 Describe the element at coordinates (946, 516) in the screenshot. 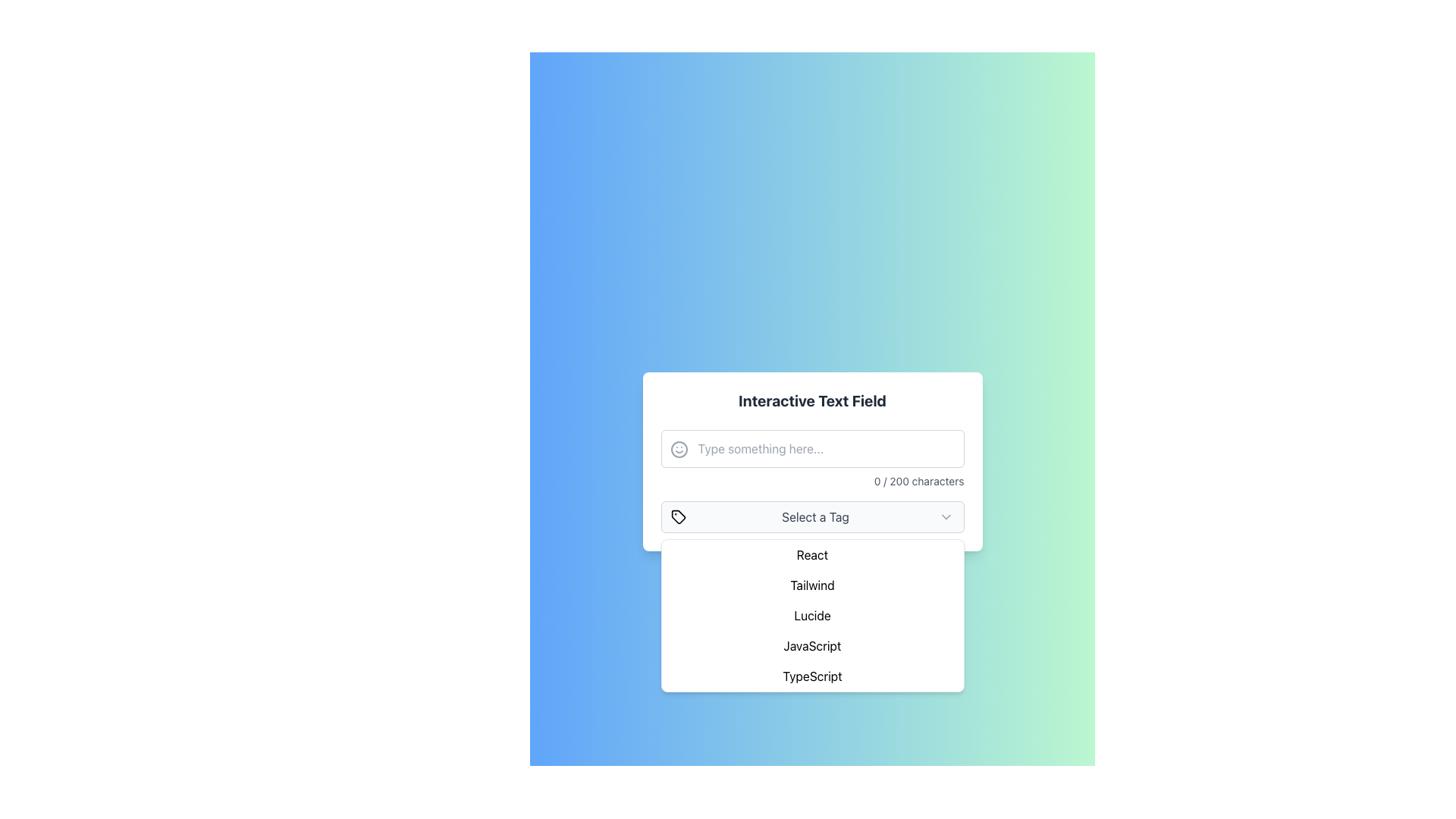

I see `the downward chevron icon at the far-right end of the 'Select a Tag' field` at that location.